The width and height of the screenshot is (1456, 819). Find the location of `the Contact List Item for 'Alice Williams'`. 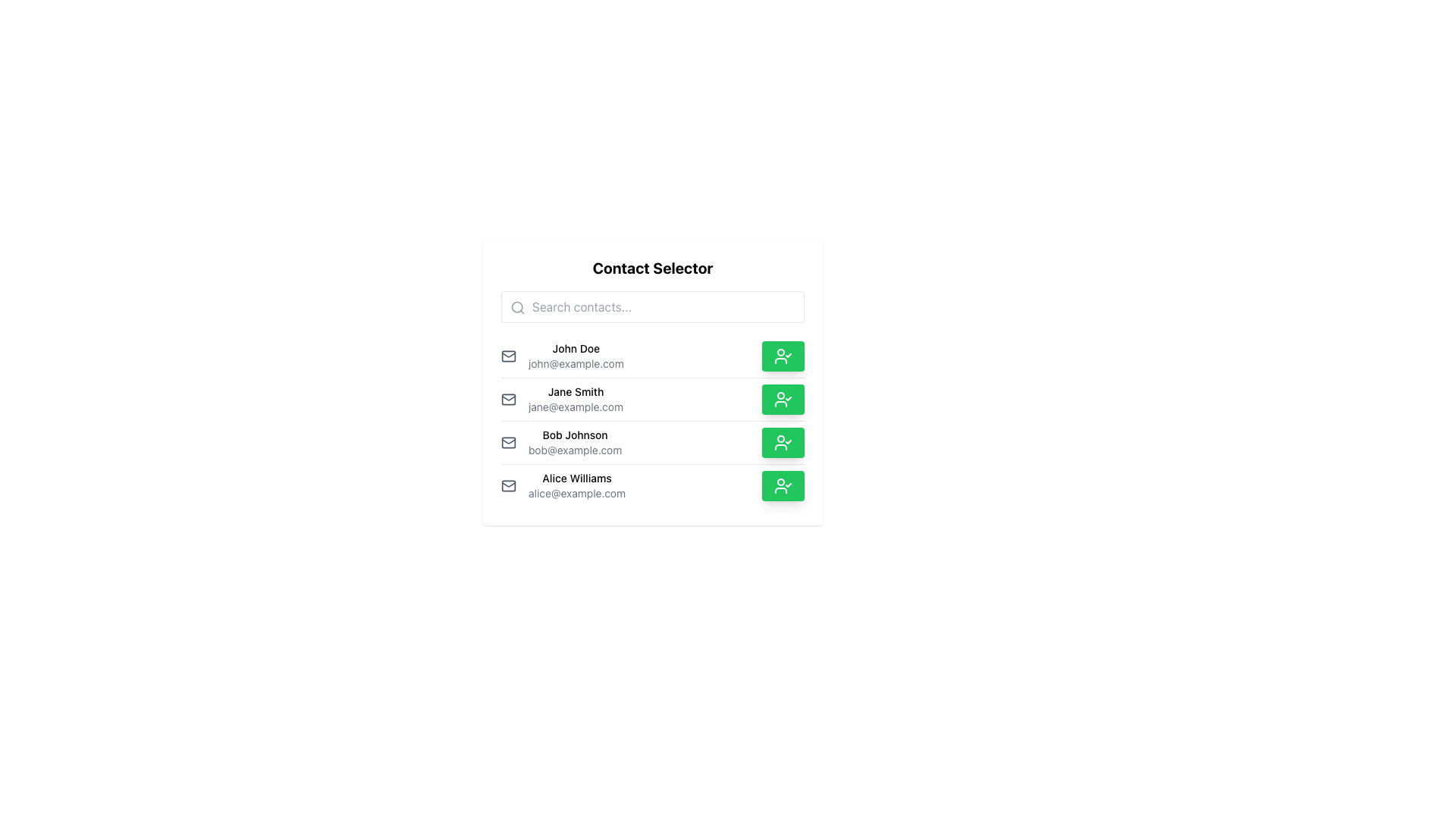

the Contact List Item for 'Alice Williams' is located at coordinates (563, 485).